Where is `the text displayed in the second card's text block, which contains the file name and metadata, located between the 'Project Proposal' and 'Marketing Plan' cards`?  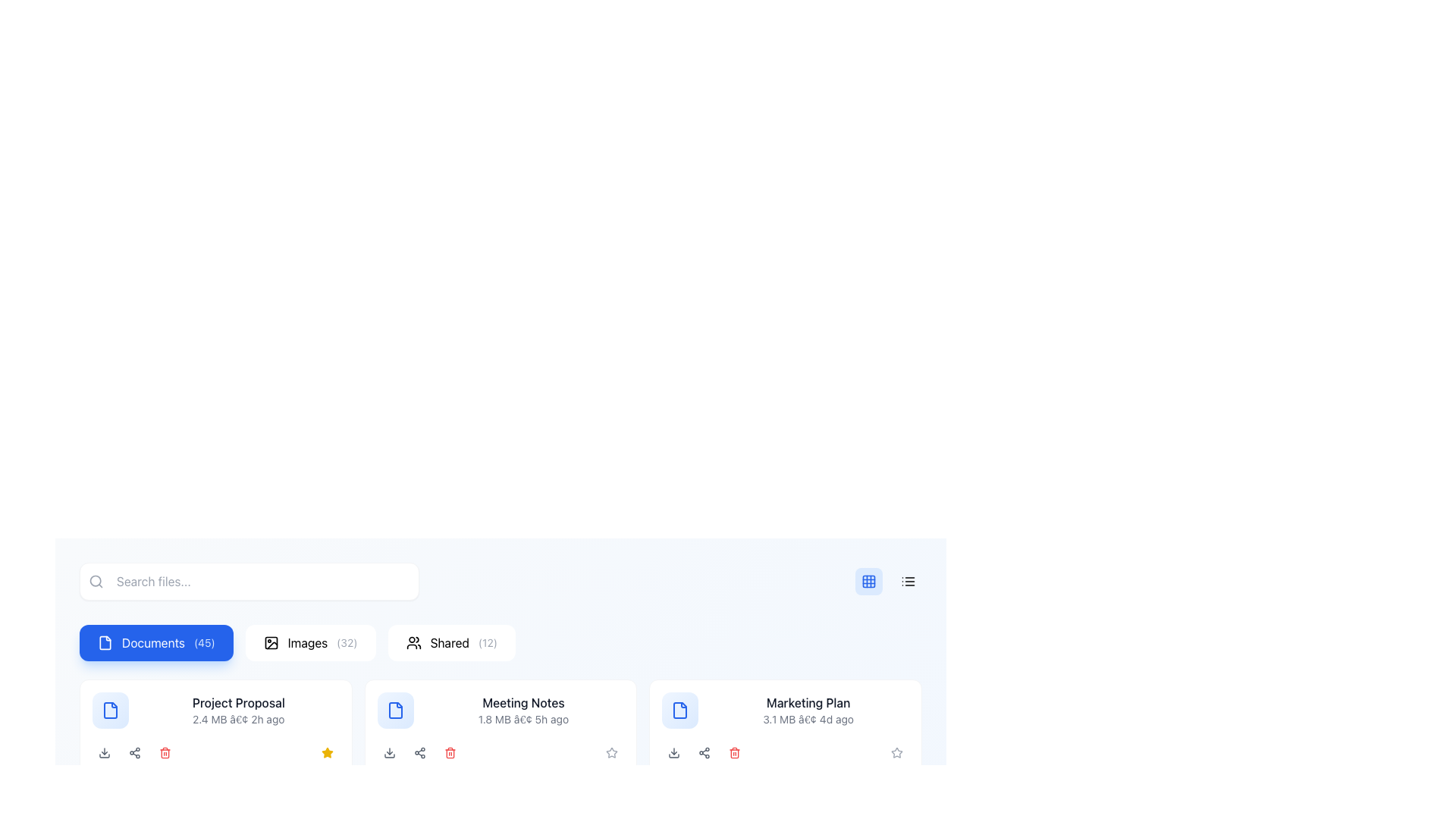
the text displayed in the second card's text block, which contains the file name and metadata, located between the 'Project Proposal' and 'Marketing Plan' cards is located at coordinates (523, 711).